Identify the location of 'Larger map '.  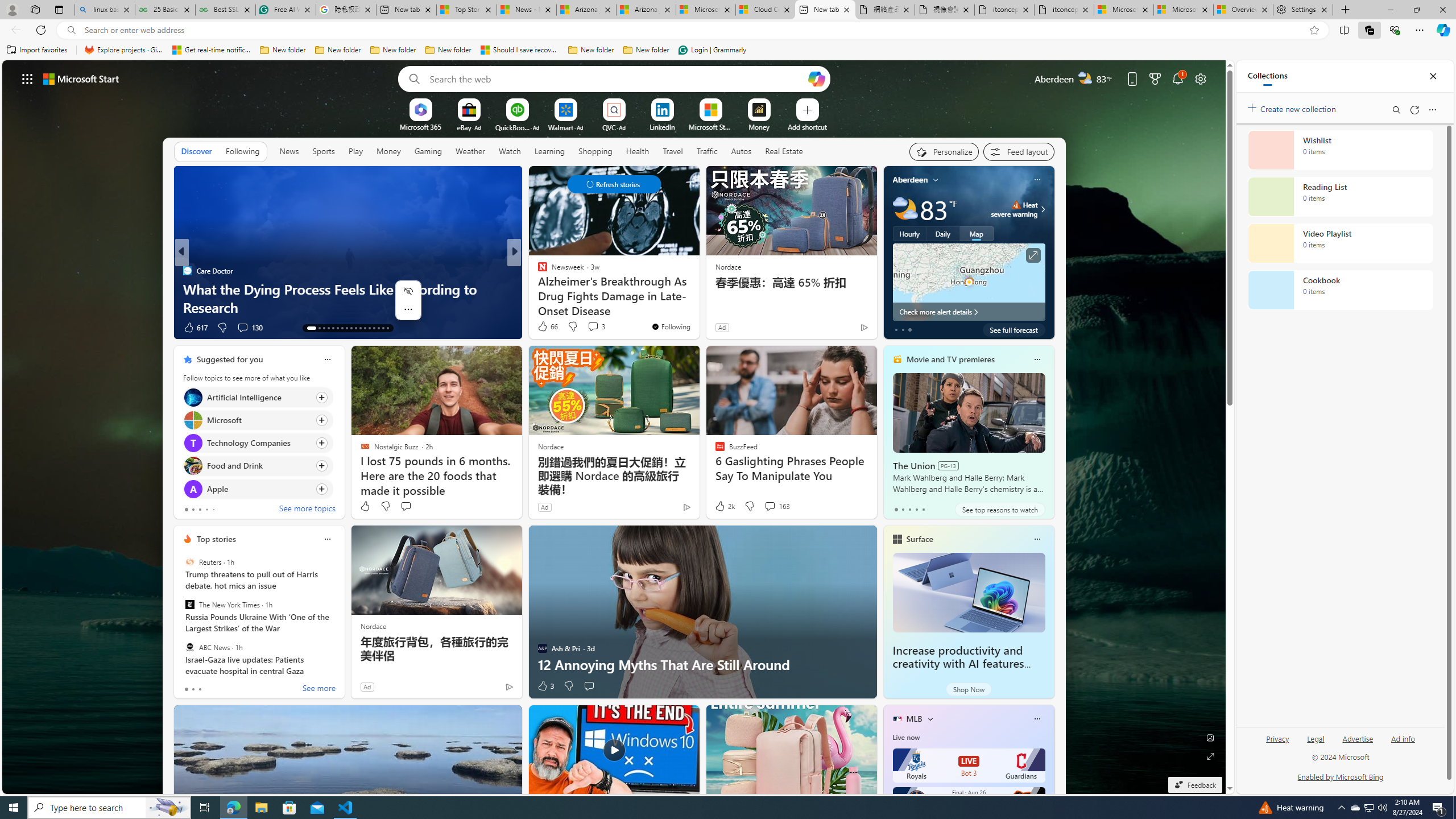
(969, 282).